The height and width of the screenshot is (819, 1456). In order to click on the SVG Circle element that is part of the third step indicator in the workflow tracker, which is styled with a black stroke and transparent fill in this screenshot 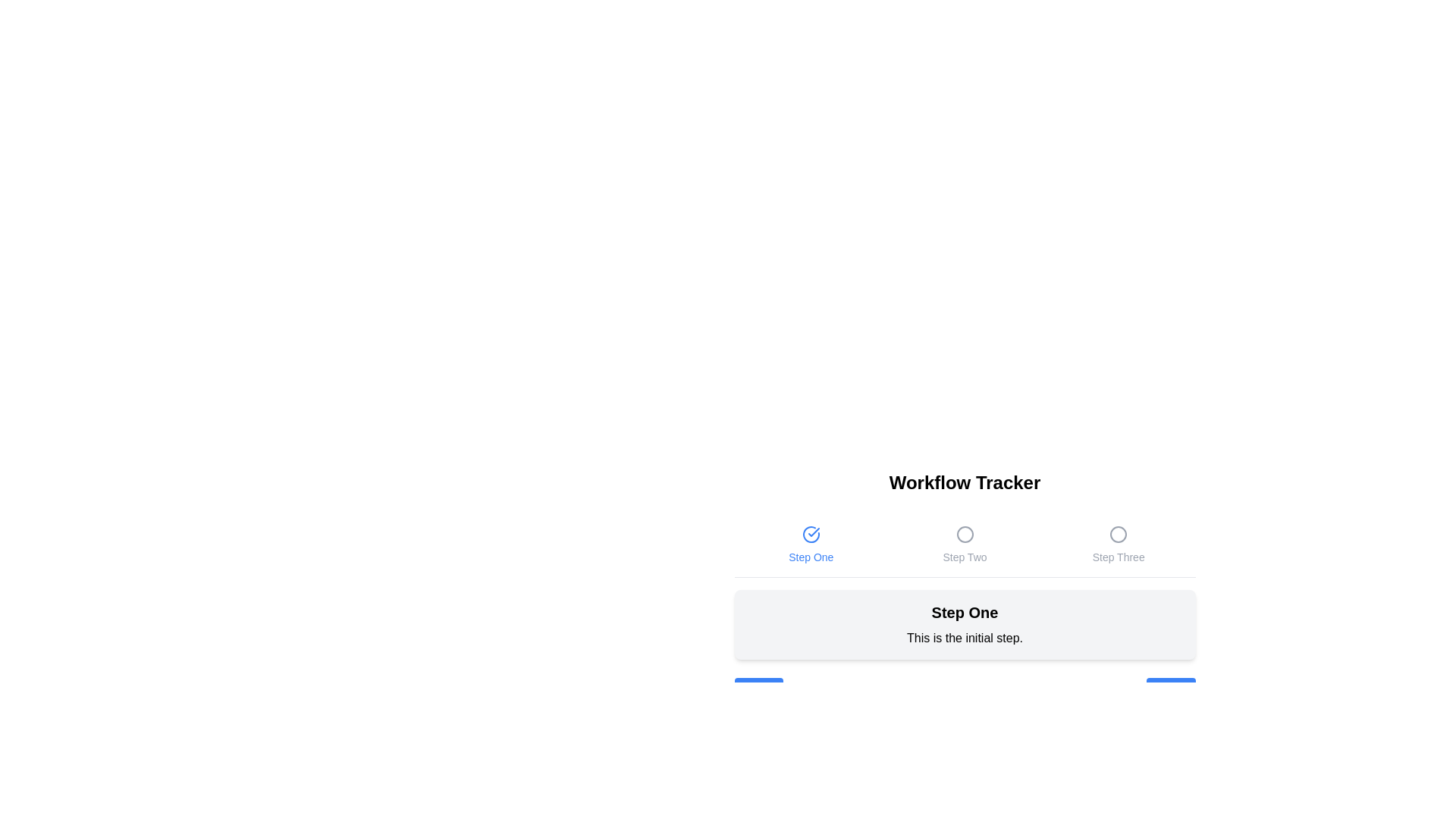, I will do `click(1119, 534)`.